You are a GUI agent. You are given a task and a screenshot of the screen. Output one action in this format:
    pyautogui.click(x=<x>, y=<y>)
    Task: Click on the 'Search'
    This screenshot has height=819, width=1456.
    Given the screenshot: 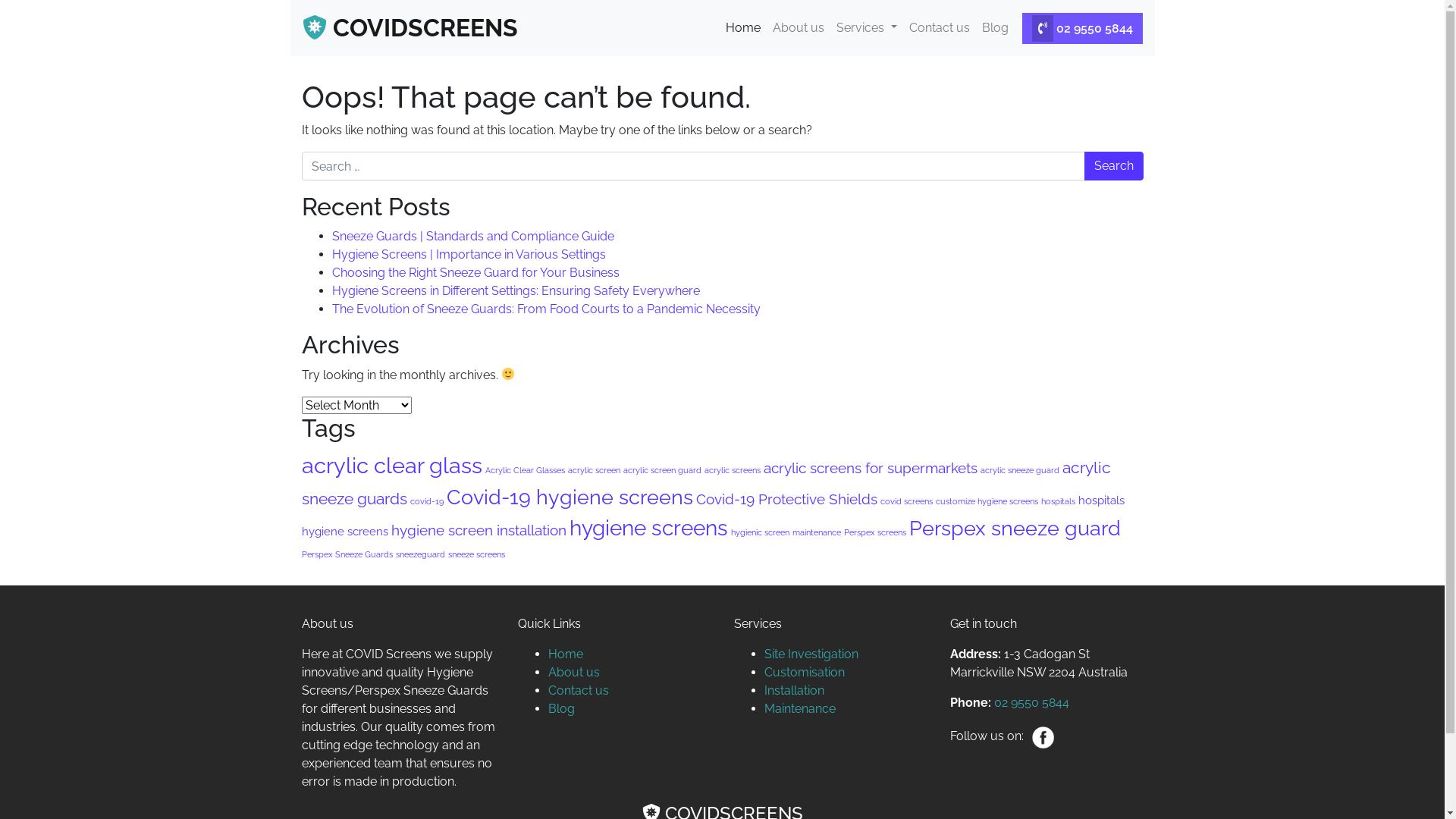 What is the action you would take?
    pyautogui.click(x=1113, y=166)
    